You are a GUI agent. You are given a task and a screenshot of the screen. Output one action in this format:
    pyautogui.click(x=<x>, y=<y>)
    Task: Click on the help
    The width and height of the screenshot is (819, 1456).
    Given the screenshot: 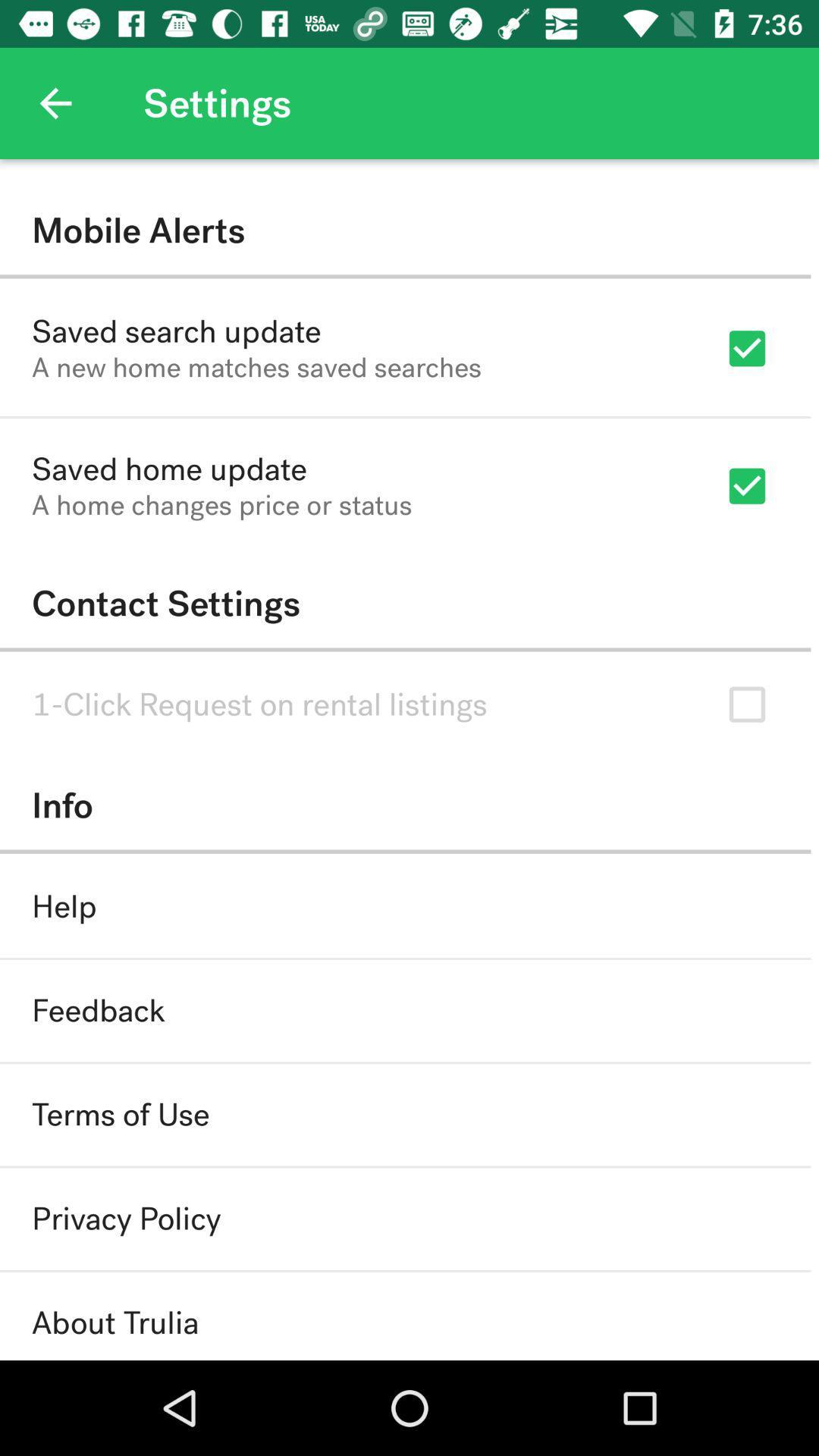 What is the action you would take?
    pyautogui.click(x=63, y=906)
    